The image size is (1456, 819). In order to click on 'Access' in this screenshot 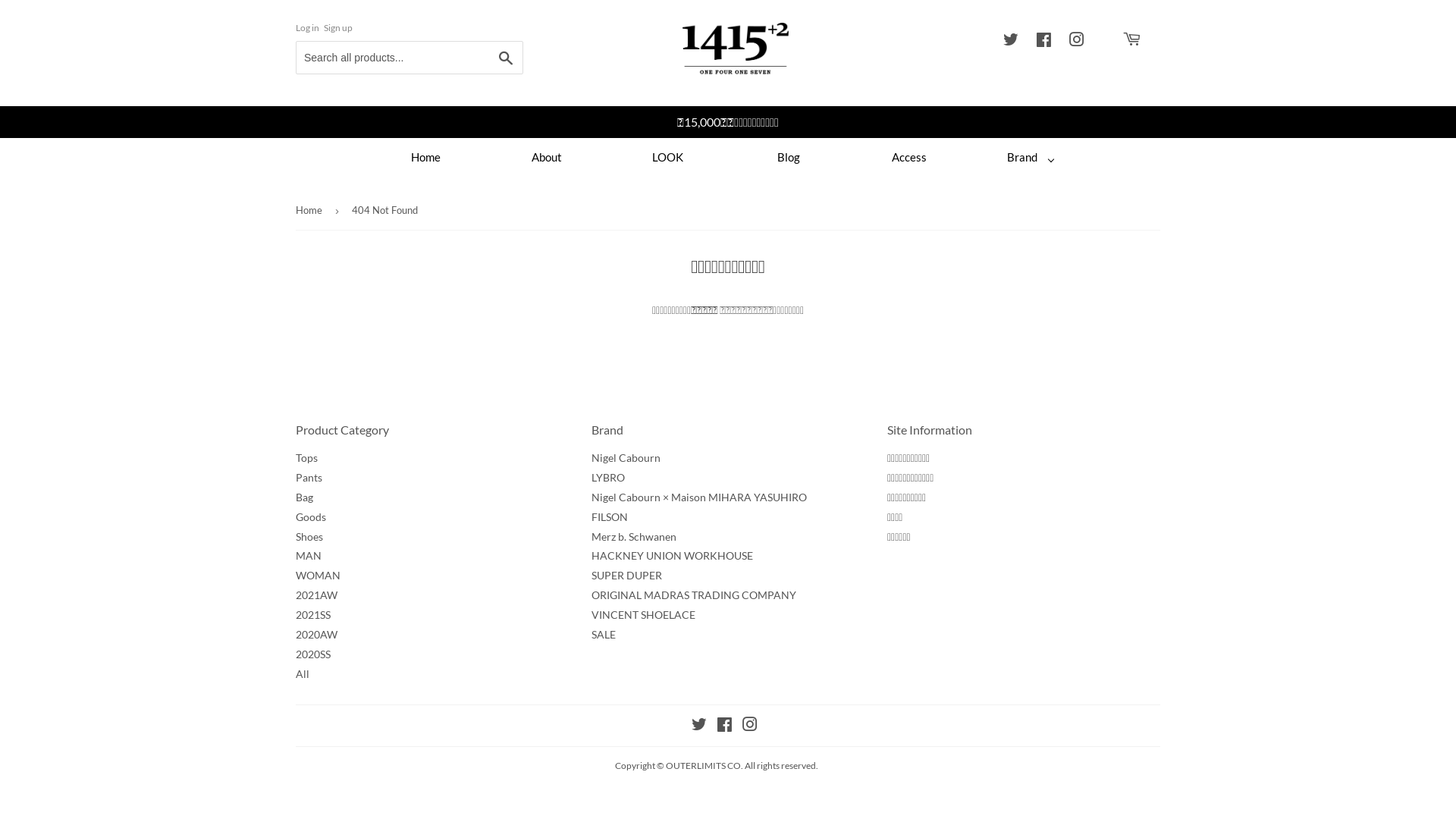, I will do `click(910, 157)`.